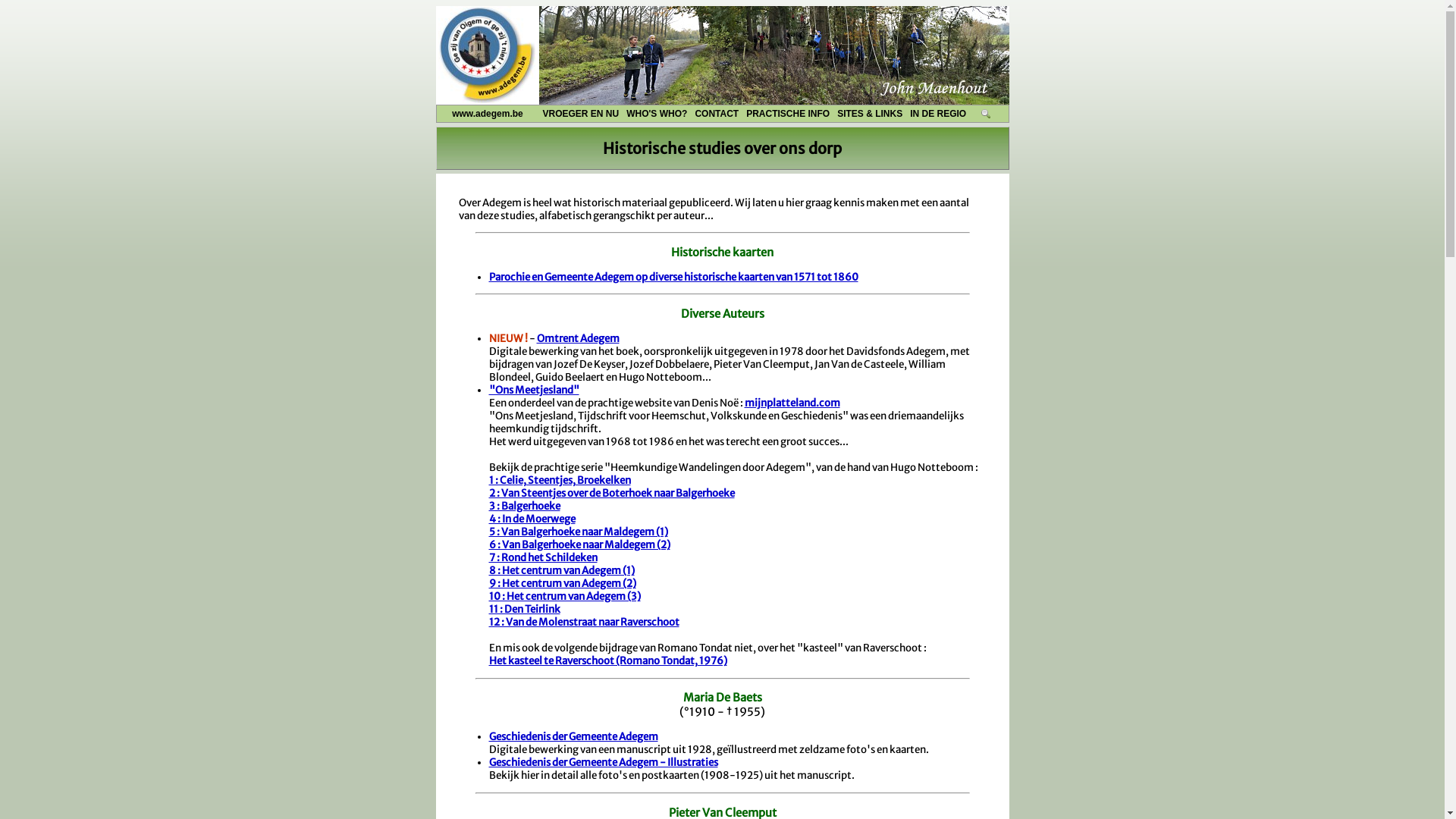 The height and width of the screenshot is (819, 1456). What do you see at coordinates (607, 660) in the screenshot?
I see `'Het kasteel te Raverschoot (Romano Tondat, 1976)'` at bounding box center [607, 660].